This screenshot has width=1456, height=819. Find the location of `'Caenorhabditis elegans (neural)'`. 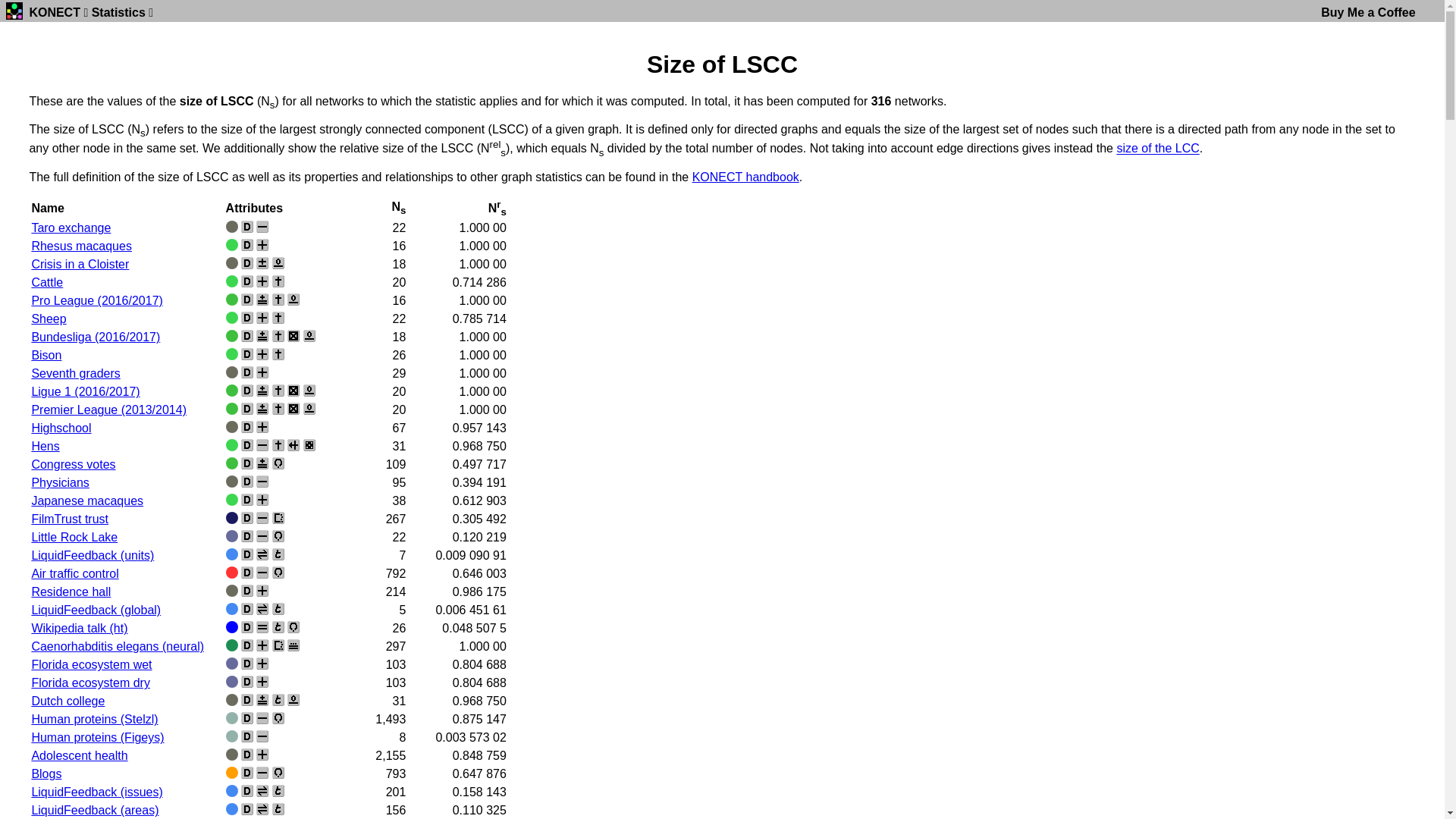

'Caenorhabditis elegans (neural)' is located at coordinates (116, 646).